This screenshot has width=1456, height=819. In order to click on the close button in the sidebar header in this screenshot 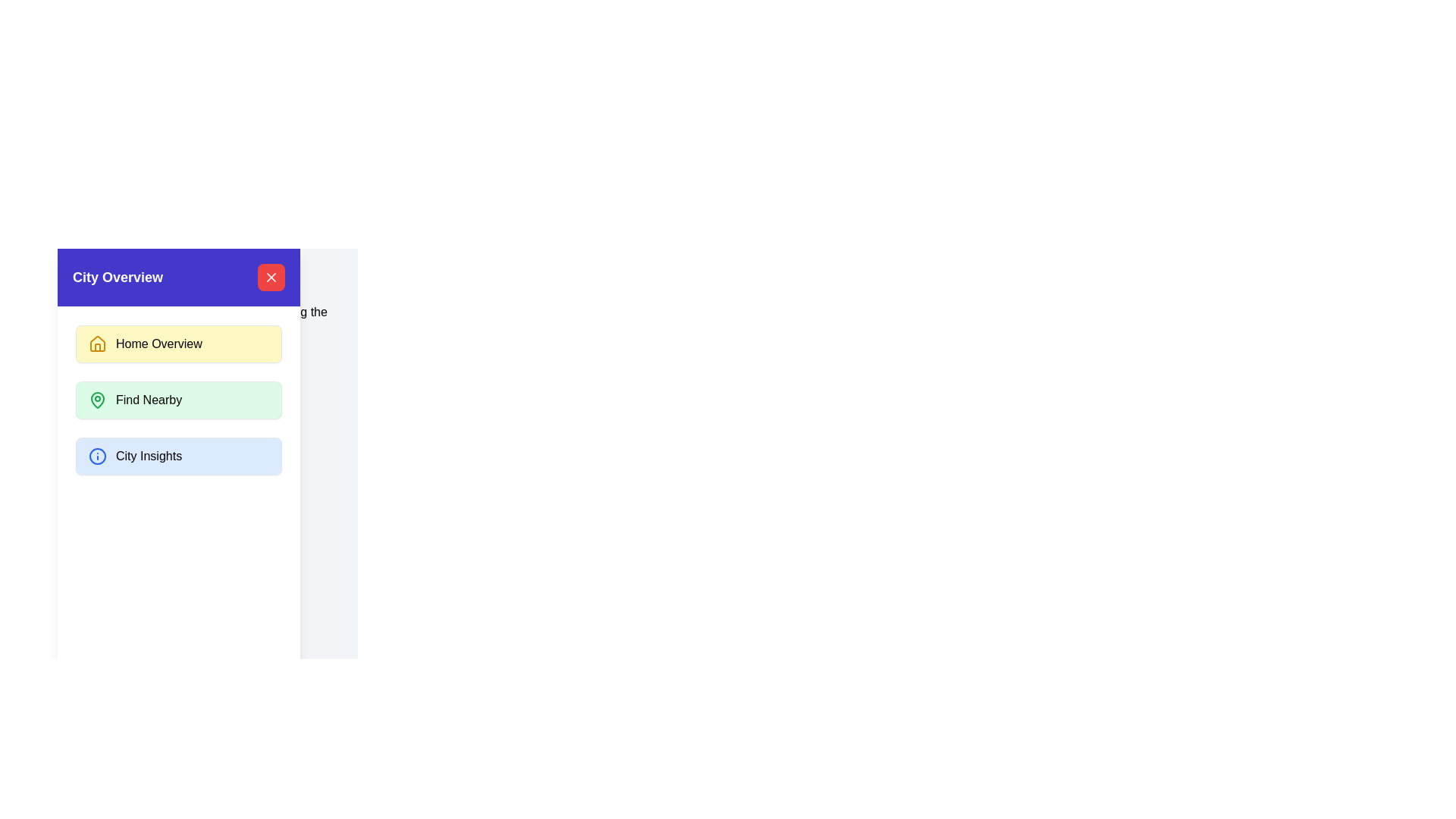, I will do `click(271, 278)`.